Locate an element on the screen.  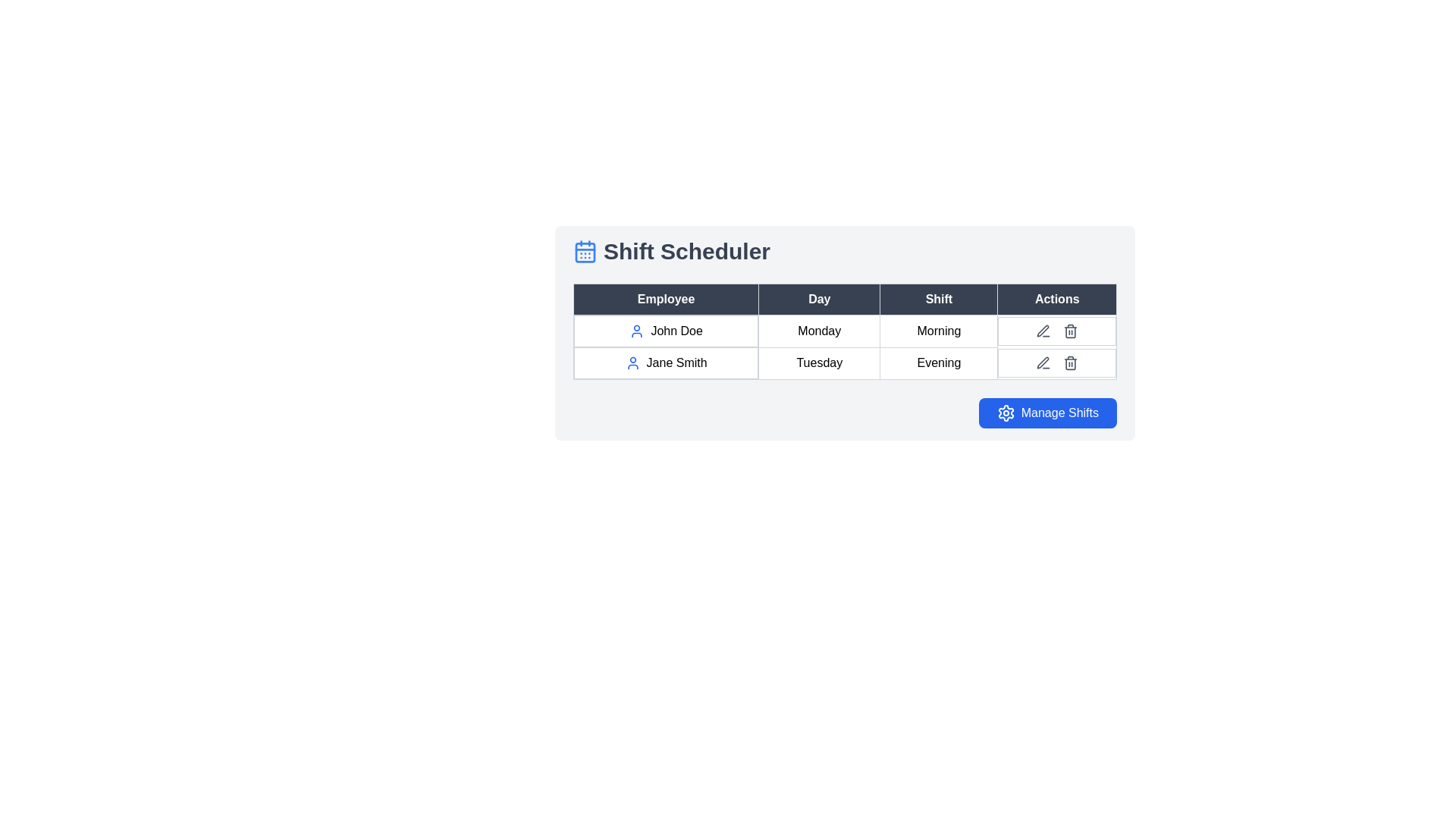
text label indicating the day 'Tuesday' in the second row and second column of the shift scheduling table is located at coordinates (818, 363).